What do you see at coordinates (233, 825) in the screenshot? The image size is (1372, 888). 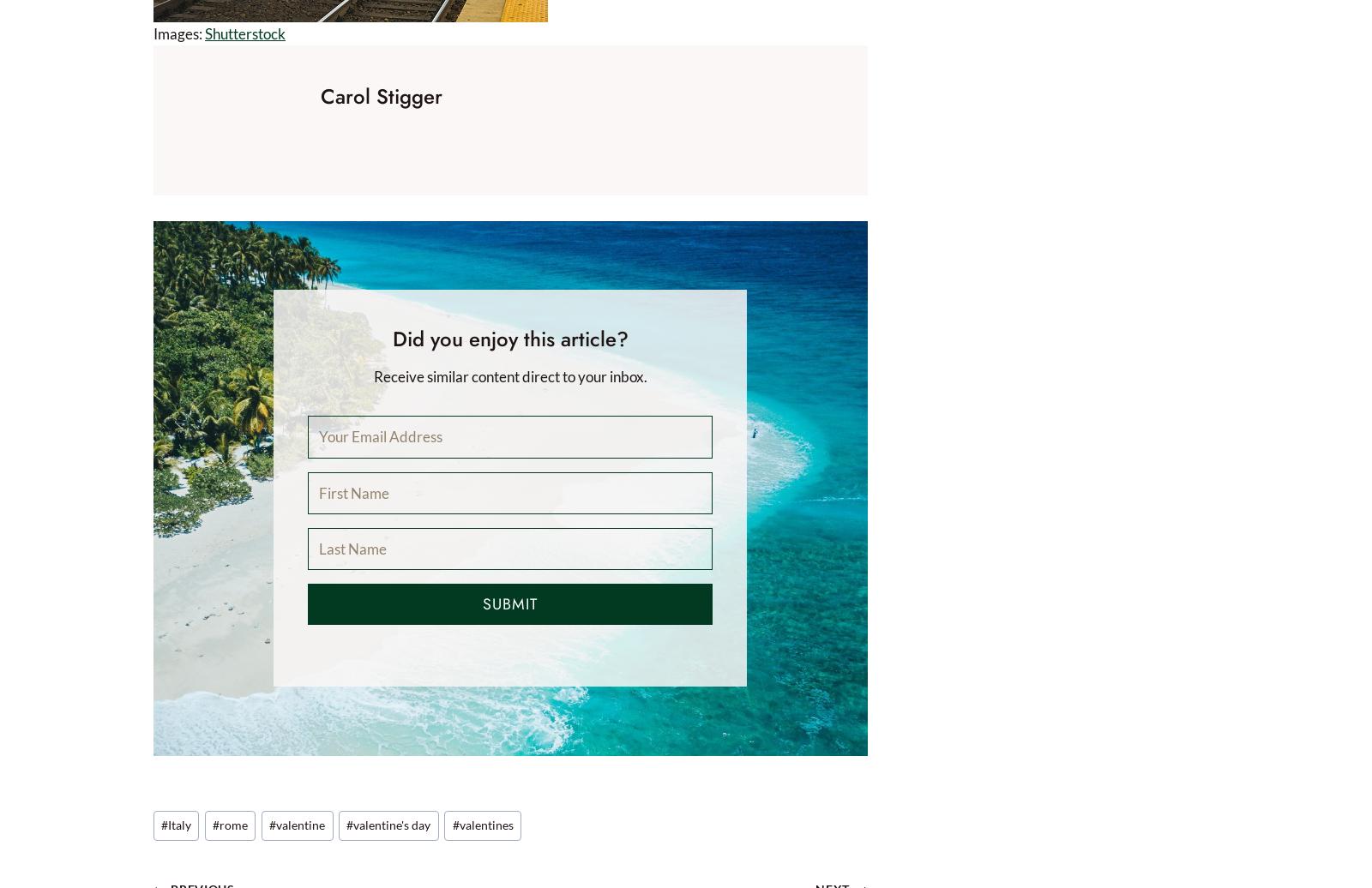 I see `'rome'` at bounding box center [233, 825].